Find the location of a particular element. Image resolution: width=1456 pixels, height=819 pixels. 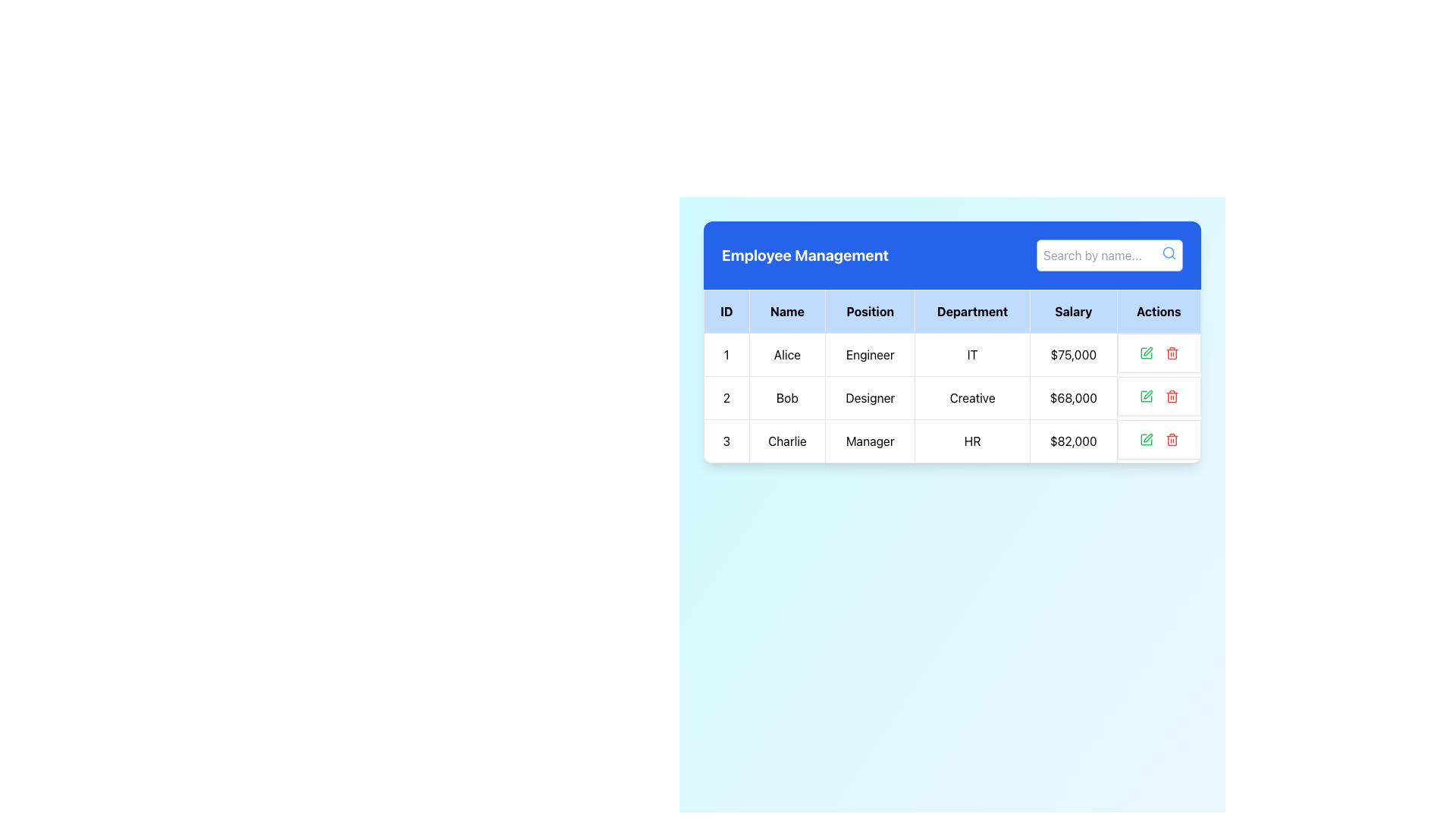

the edit icon in the 'Actions' column for the record of 'Bob, Designer, Creative' is located at coordinates (1147, 351).